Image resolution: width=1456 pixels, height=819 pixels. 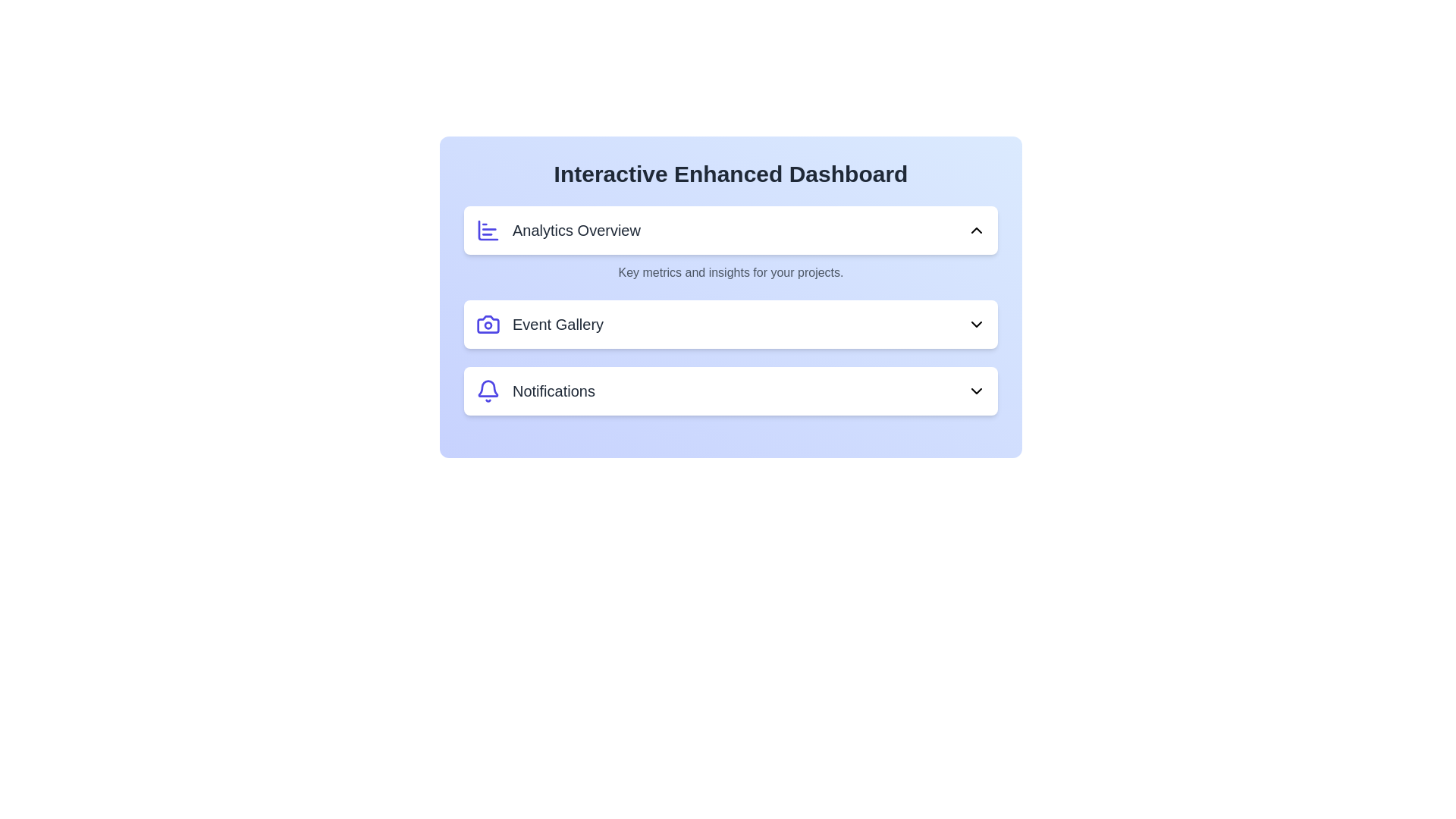 I want to click on the description text of the expanded section to interact with it, so click(x=731, y=271).